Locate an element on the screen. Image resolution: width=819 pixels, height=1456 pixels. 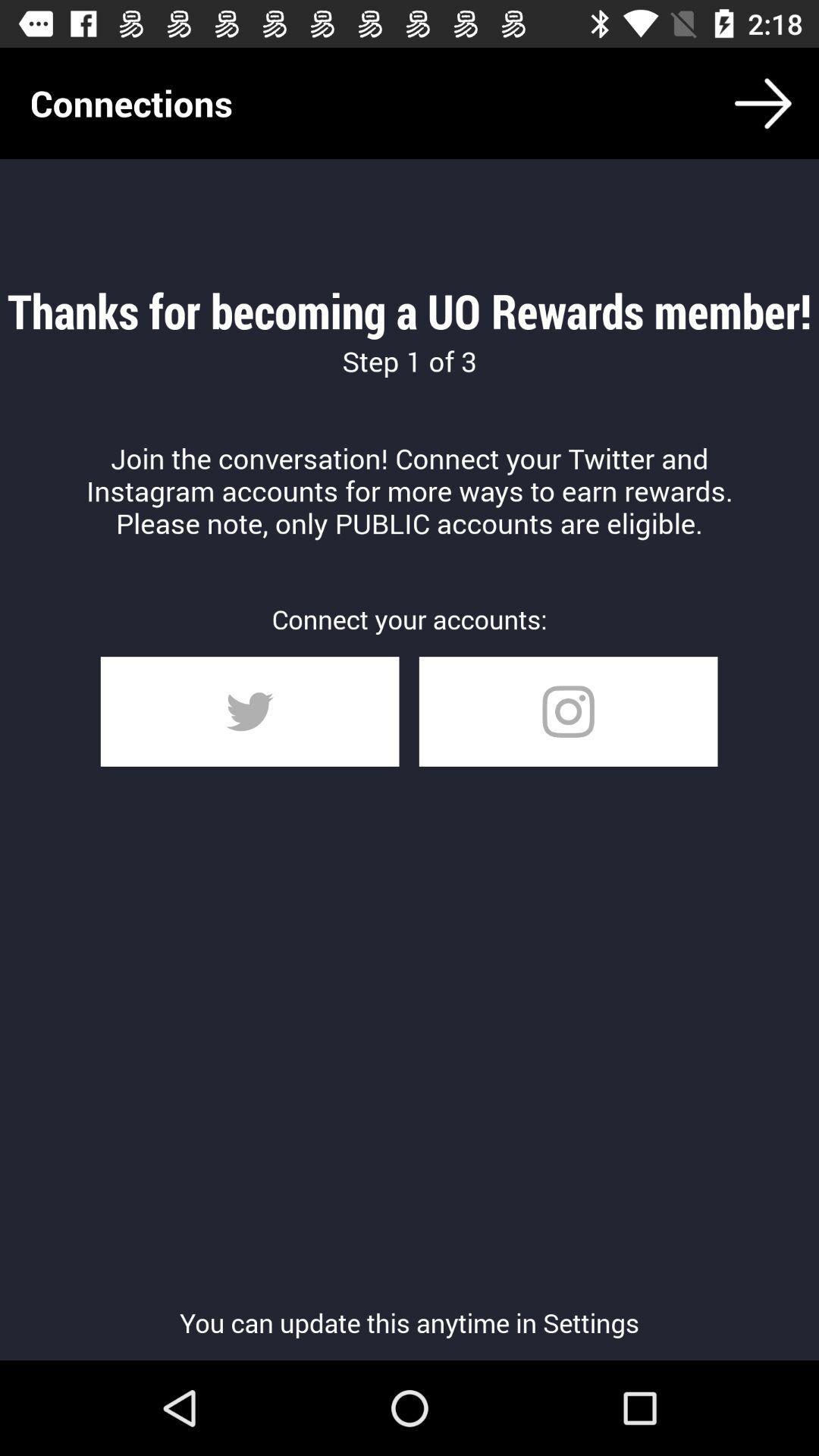
the arrow_forward icon is located at coordinates (763, 102).